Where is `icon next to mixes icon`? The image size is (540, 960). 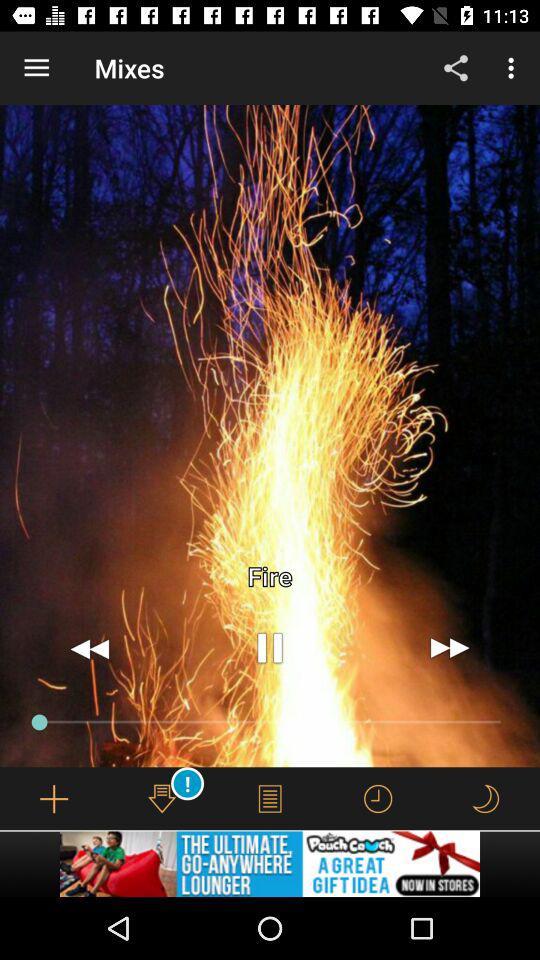 icon next to mixes icon is located at coordinates (455, 68).